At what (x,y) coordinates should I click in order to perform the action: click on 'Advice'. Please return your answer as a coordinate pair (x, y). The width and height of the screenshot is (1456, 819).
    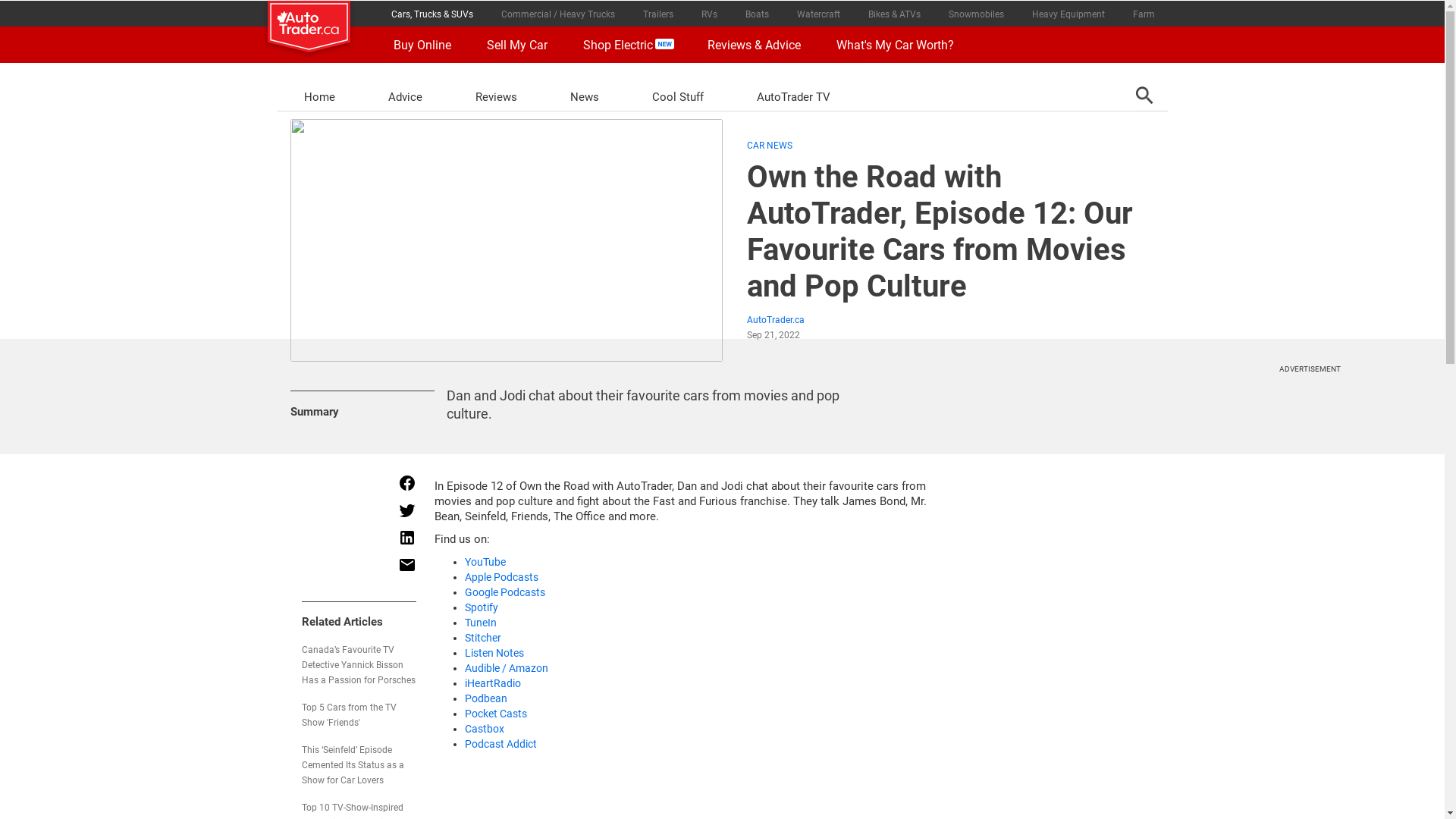
    Looking at the image, I should click on (405, 96).